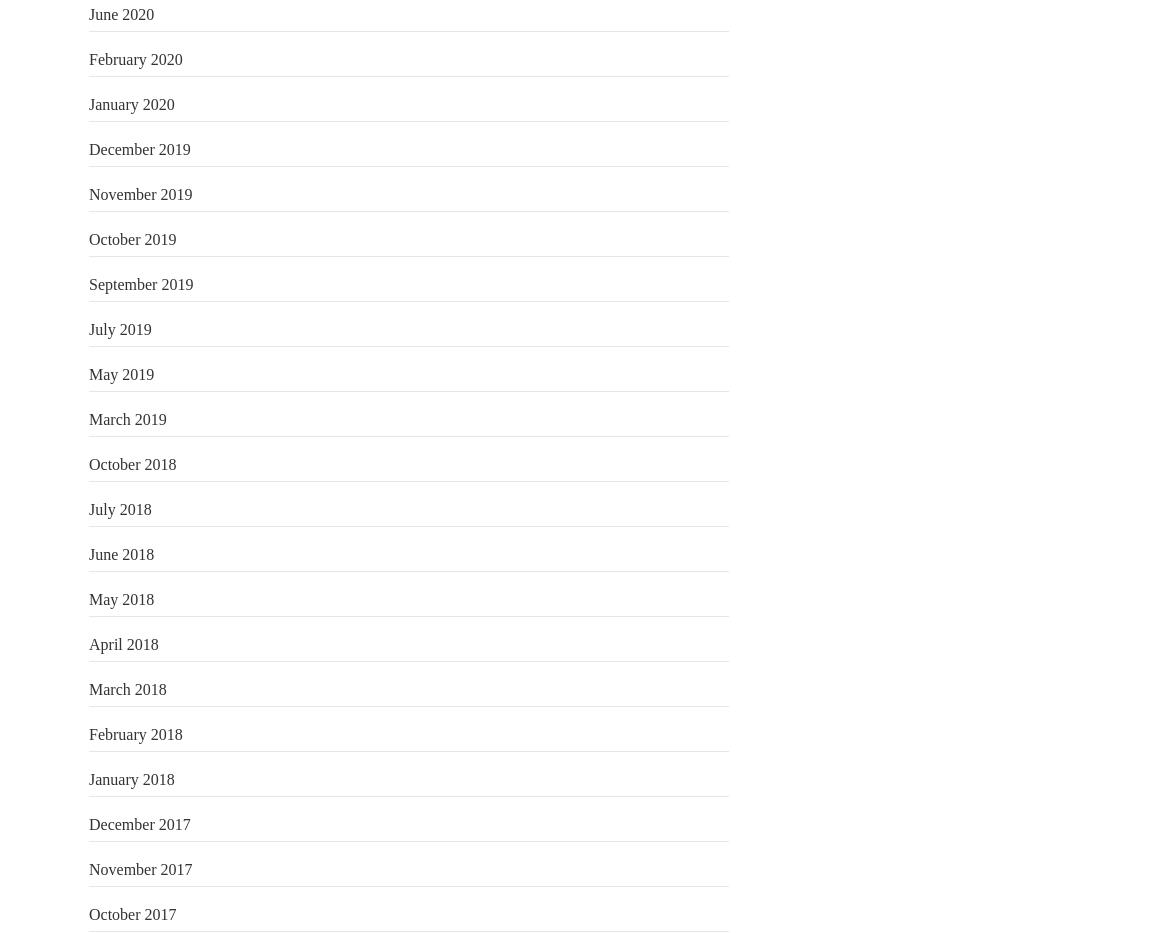 The height and width of the screenshot is (933, 1158). Describe the element at coordinates (134, 732) in the screenshot. I see `'February 2018'` at that location.